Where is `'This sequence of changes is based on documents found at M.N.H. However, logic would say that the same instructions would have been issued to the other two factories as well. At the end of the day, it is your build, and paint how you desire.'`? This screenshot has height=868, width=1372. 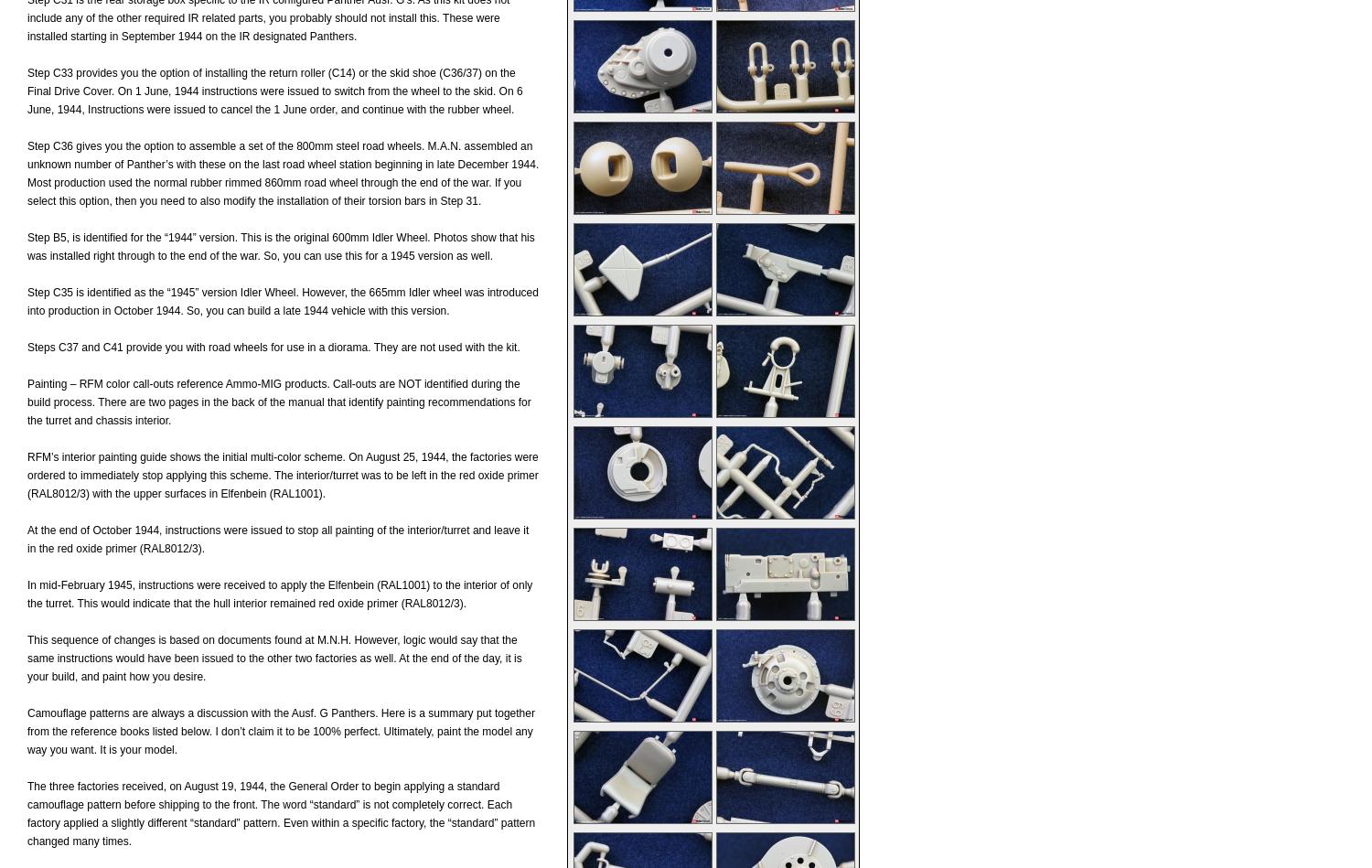 'This sequence of changes is based on documents found at M.N.H. However, logic would say that the same instructions would have been issued to the other two factories as well. At the end of the day, it is your build, and paint how you desire.' is located at coordinates (274, 659).